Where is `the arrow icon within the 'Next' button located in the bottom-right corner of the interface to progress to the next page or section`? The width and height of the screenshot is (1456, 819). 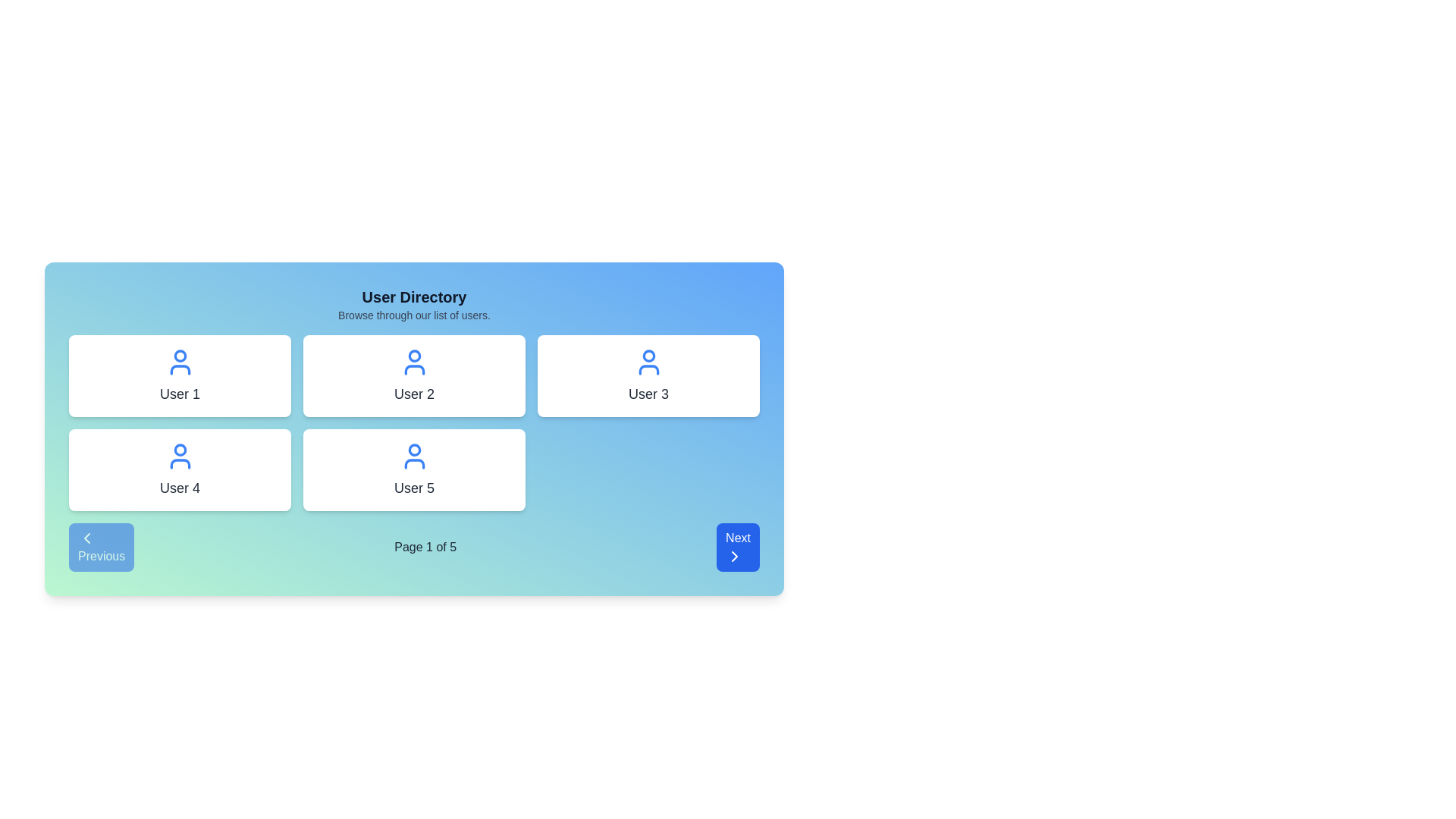
the arrow icon within the 'Next' button located in the bottom-right corner of the interface to progress to the next page or section is located at coordinates (735, 556).